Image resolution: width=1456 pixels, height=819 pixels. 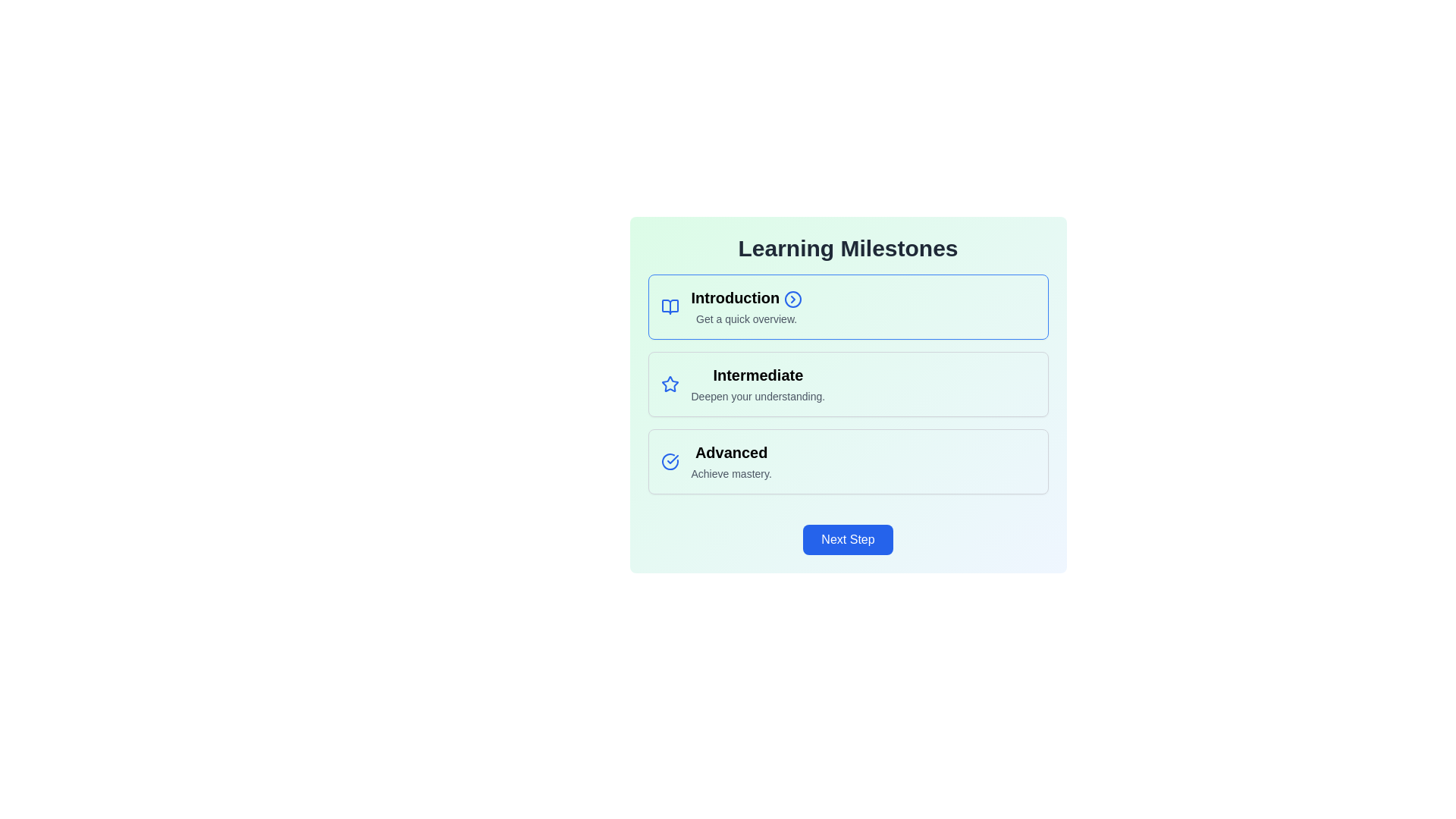 What do you see at coordinates (731, 461) in the screenshot?
I see `the 'Advanced' milestone indicator, which is the third milestone in a vertical sequence, positioned below the 'Introduction' and 'Intermediate' milestones` at bounding box center [731, 461].